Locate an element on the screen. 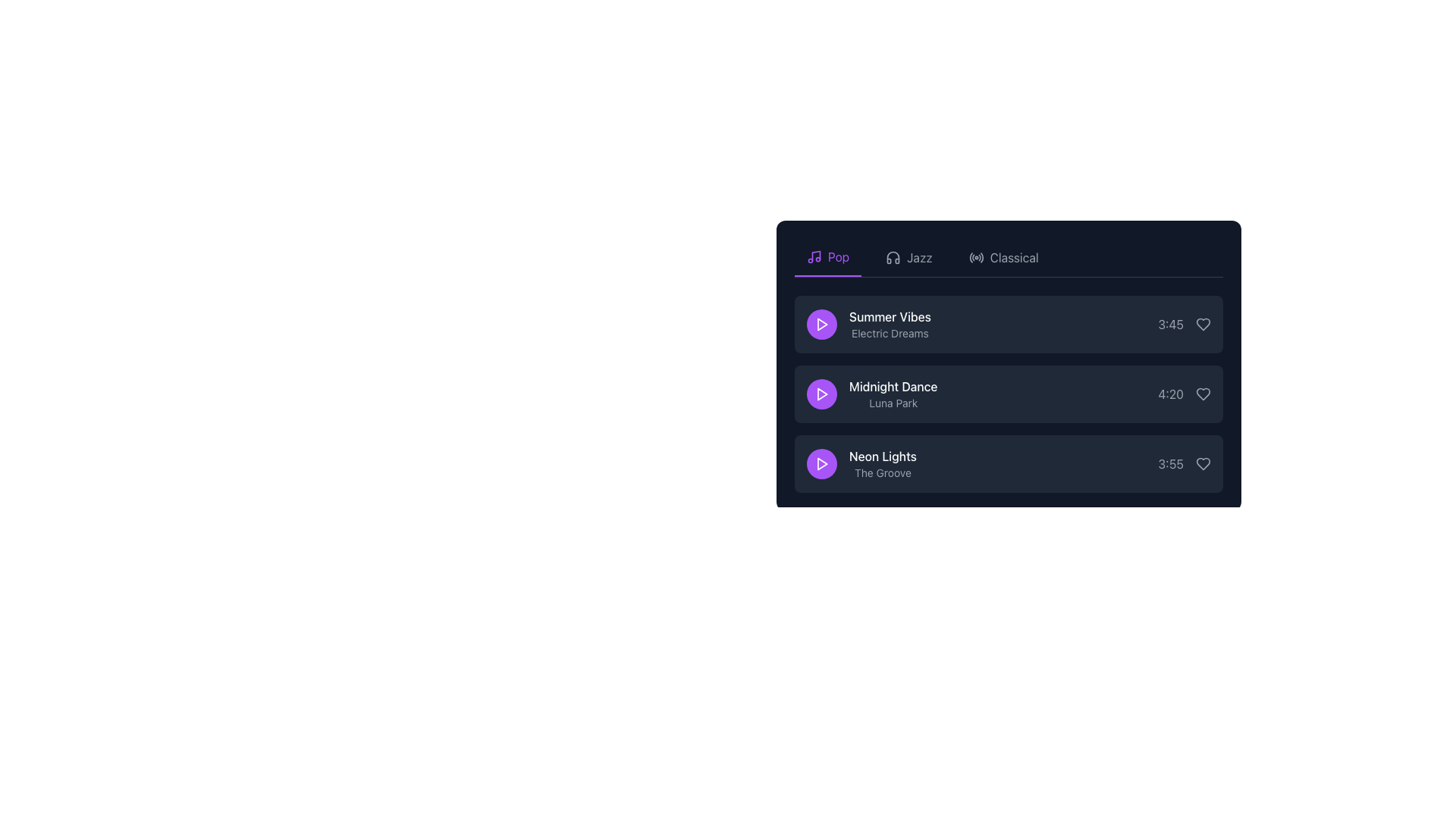 The height and width of the screenshot is (819, 1456). the graphical representation icon associated with the 'Pop' category, located in the top-left corner of the 'Pop' tab, adjacent to the text 'Pop' is located at coordinates (814, 256).